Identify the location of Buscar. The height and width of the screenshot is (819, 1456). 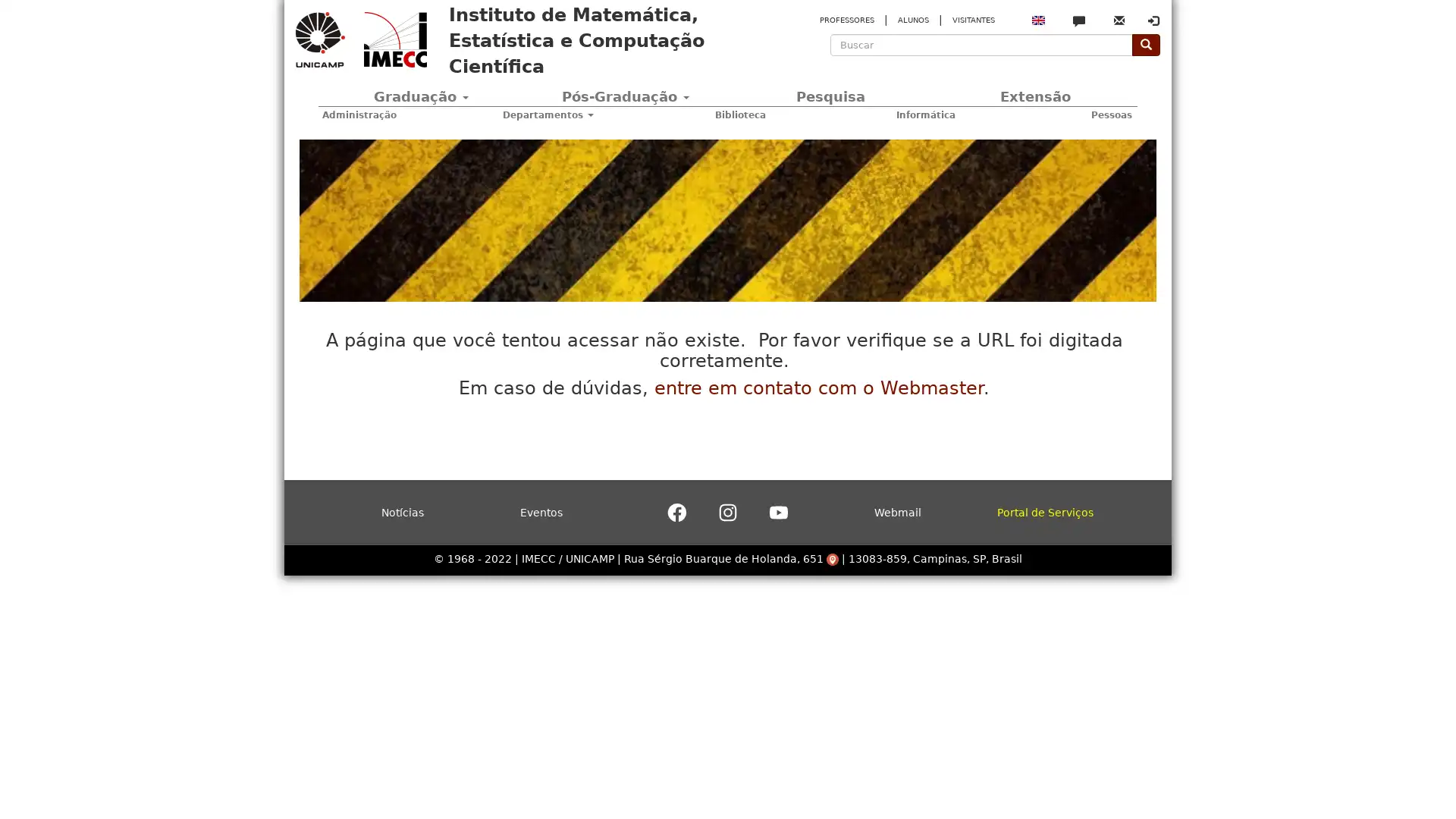
(836, 66).